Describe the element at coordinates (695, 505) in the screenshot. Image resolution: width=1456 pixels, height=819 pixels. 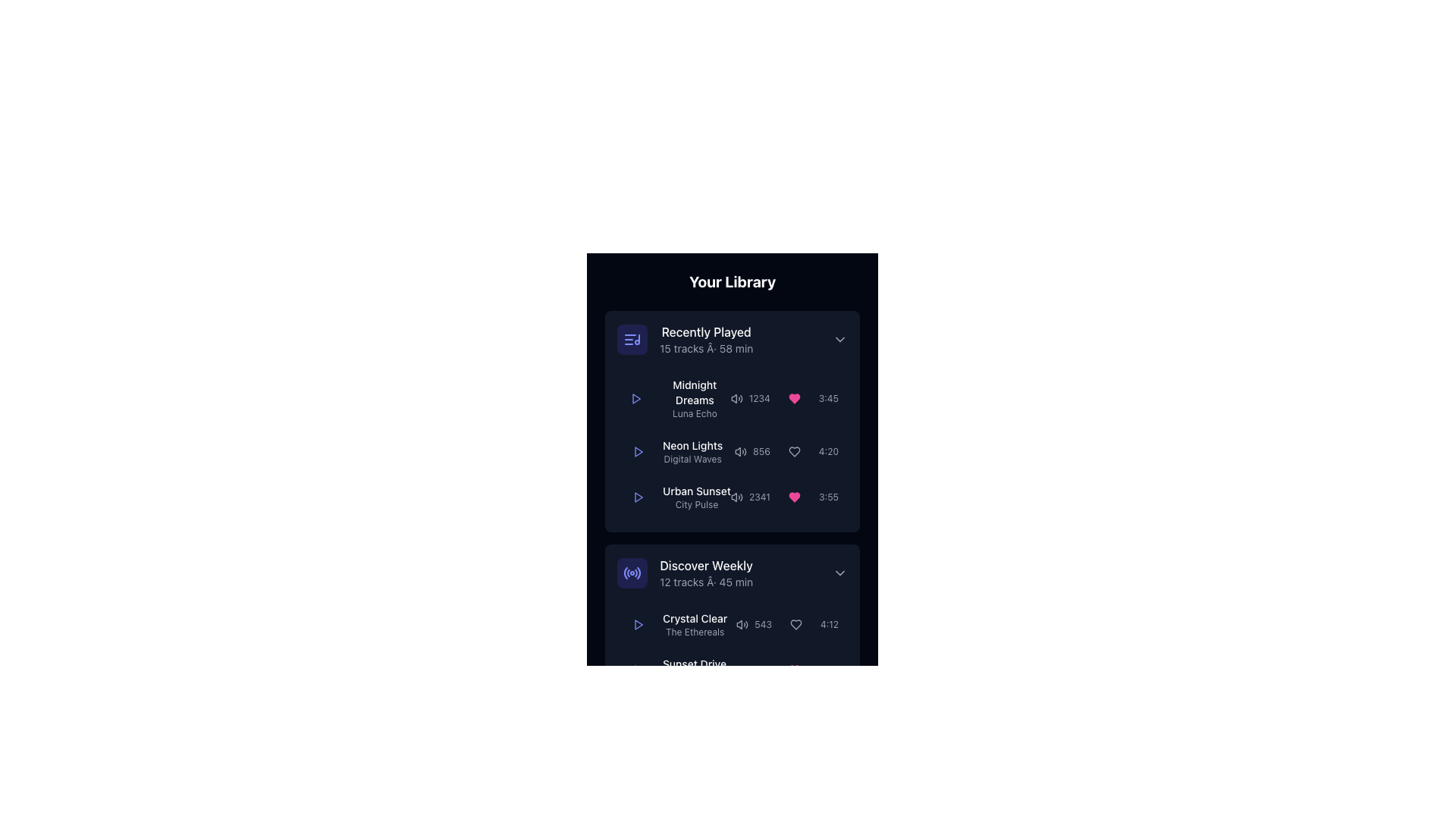
I see `the textual label element displaying 'City Pulse', which is positioned beneath 'Urban Sunset' in the 'Recently Played' section` at that location.